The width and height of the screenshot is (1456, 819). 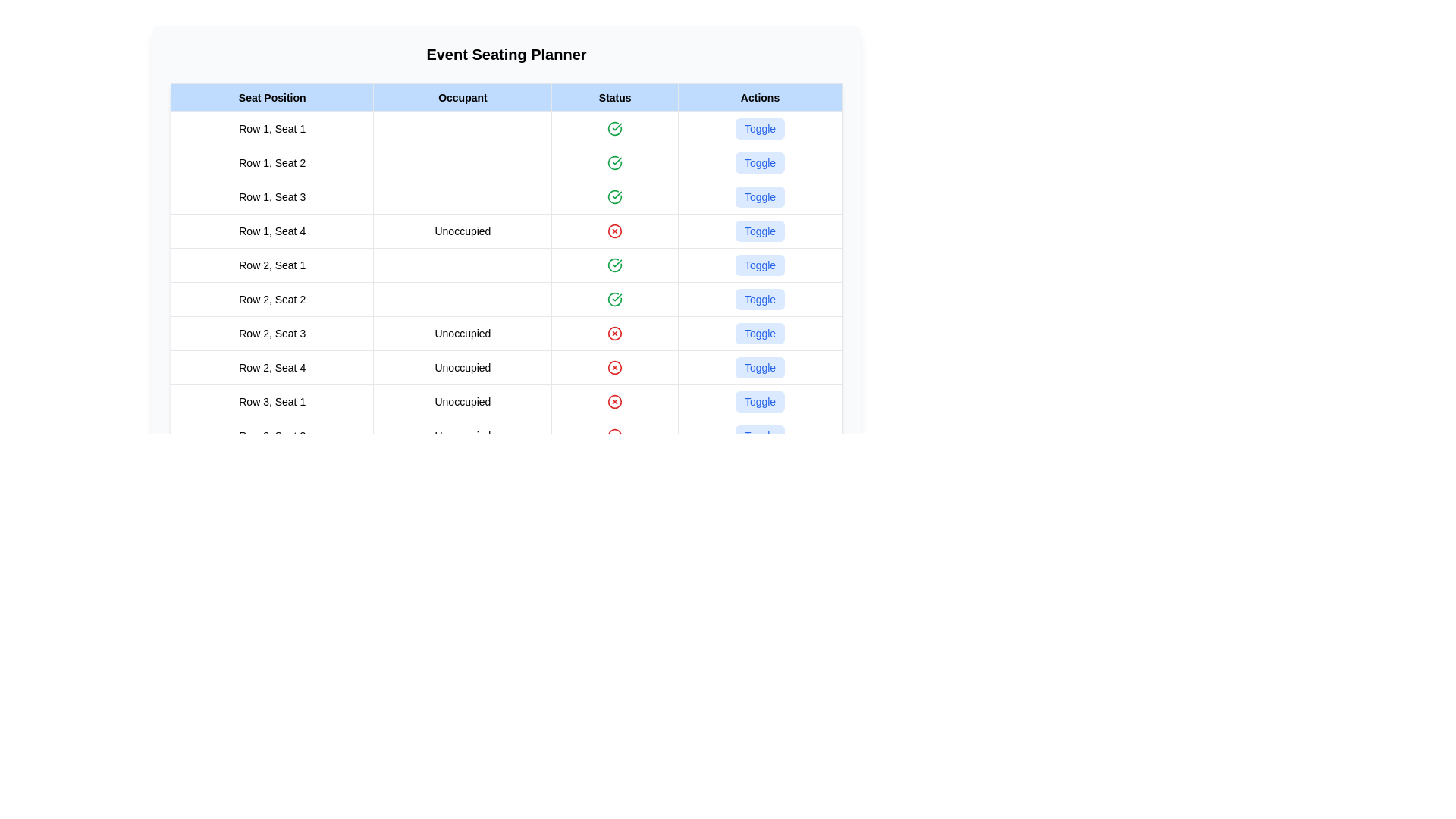 I want to click on the interactive button in the 'Actions' column of the table related to 'Row 1, Seat 4', so click(x=760, y=231).